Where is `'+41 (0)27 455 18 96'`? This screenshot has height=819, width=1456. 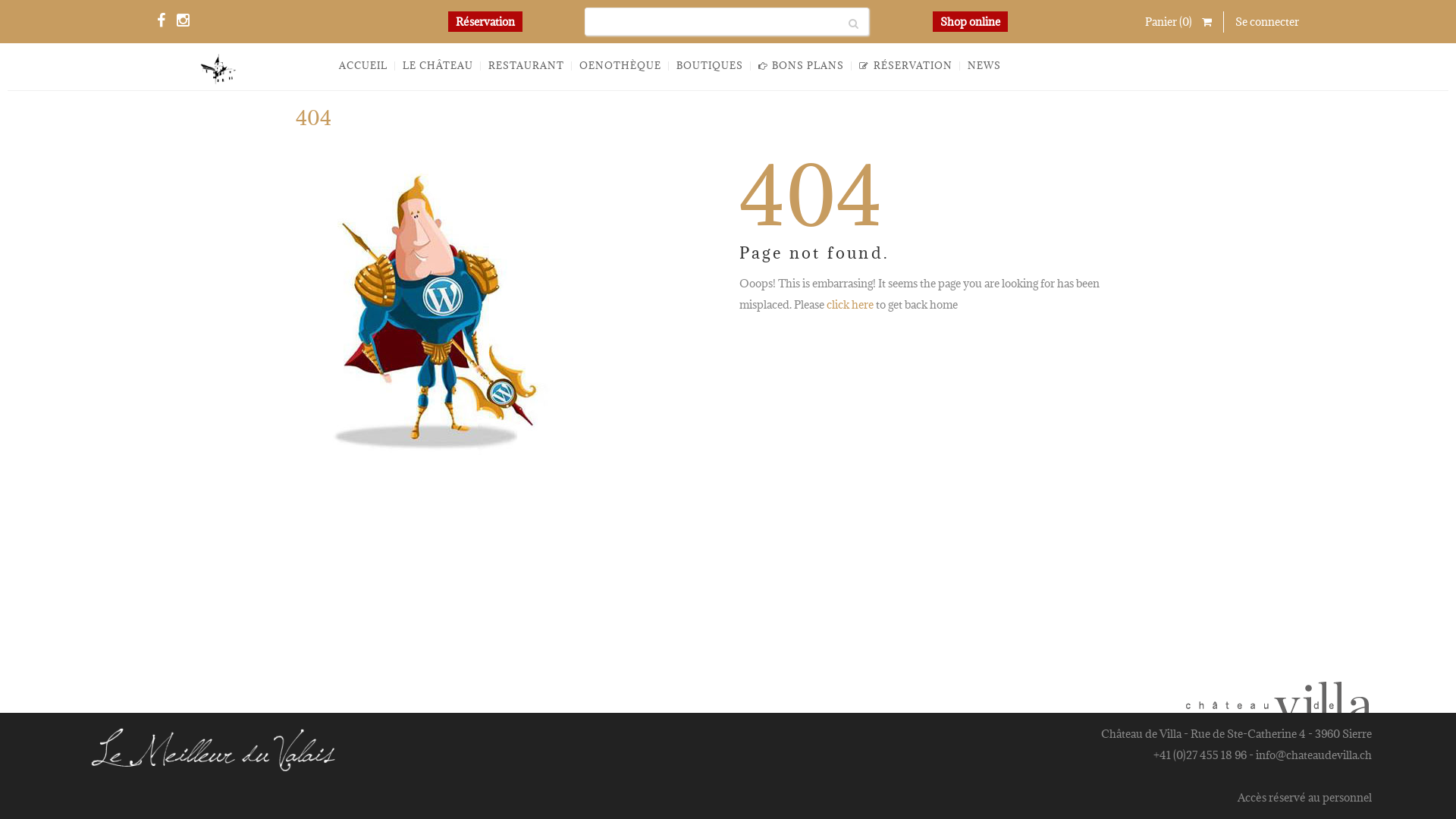
'+41 (0)27 455 18 96' is located at coordinates (1199, 755).